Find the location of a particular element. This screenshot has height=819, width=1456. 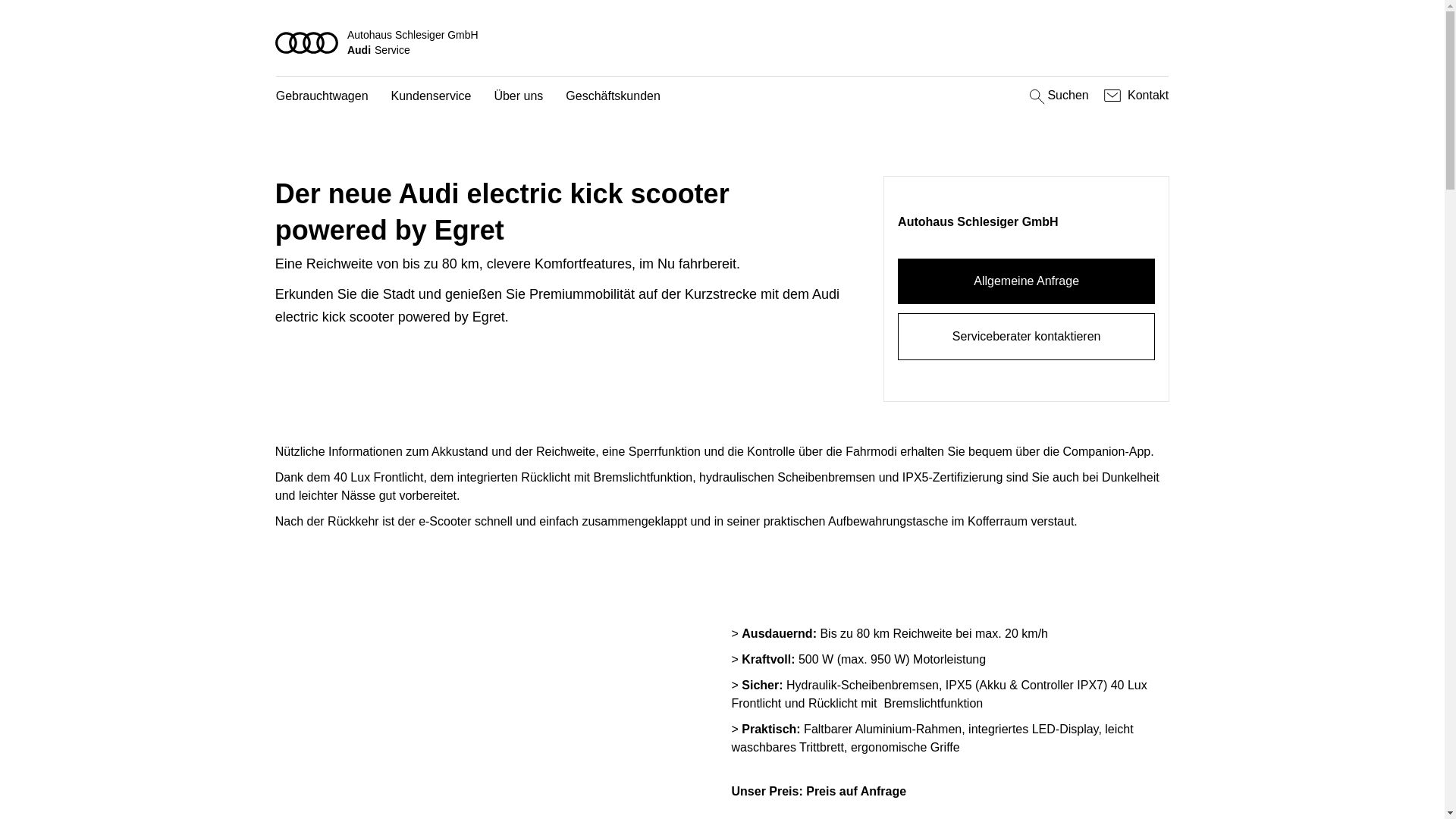

'Serviceberater kontaktieren' is located at coordinates (1026, 335).